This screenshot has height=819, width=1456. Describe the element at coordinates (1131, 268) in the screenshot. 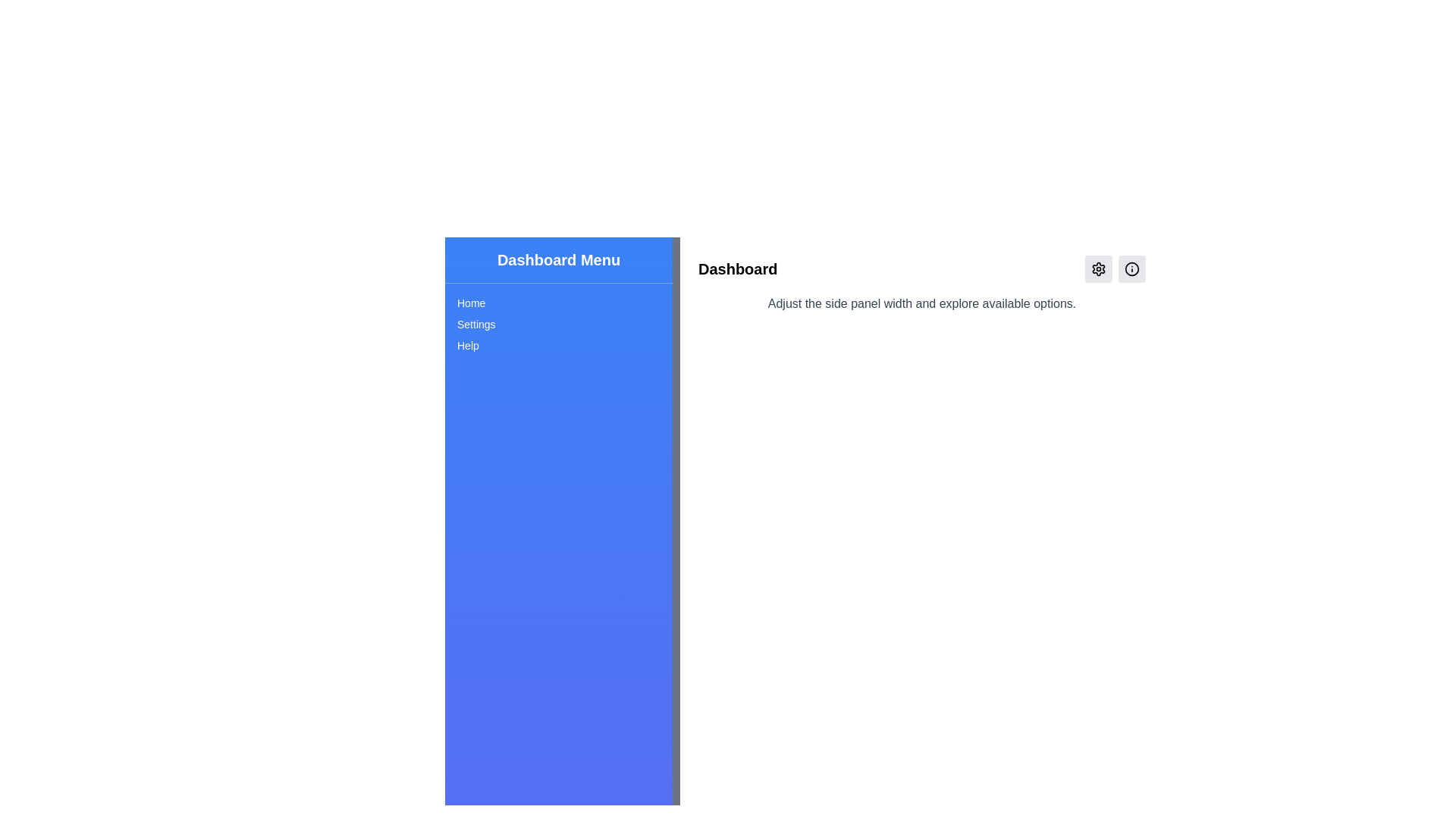

I see `the help button located in the top-right area of the interface, next to the gear icon button` at that location.